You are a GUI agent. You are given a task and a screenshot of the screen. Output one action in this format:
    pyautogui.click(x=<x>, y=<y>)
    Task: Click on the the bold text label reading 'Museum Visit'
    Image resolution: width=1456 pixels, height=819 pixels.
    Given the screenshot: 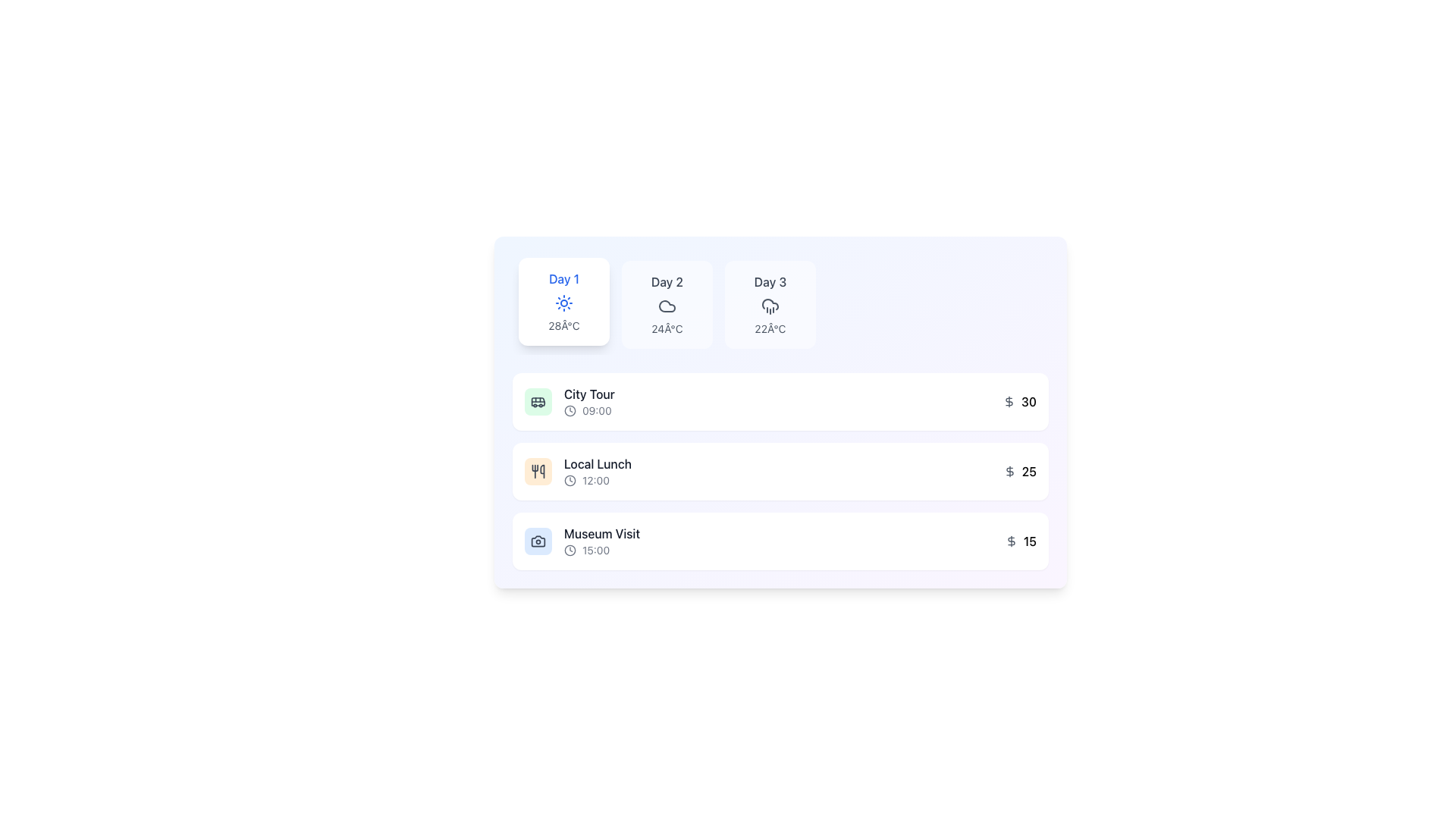 What is the action you would take?
    pyautogui.click(x=601, y=533)
    